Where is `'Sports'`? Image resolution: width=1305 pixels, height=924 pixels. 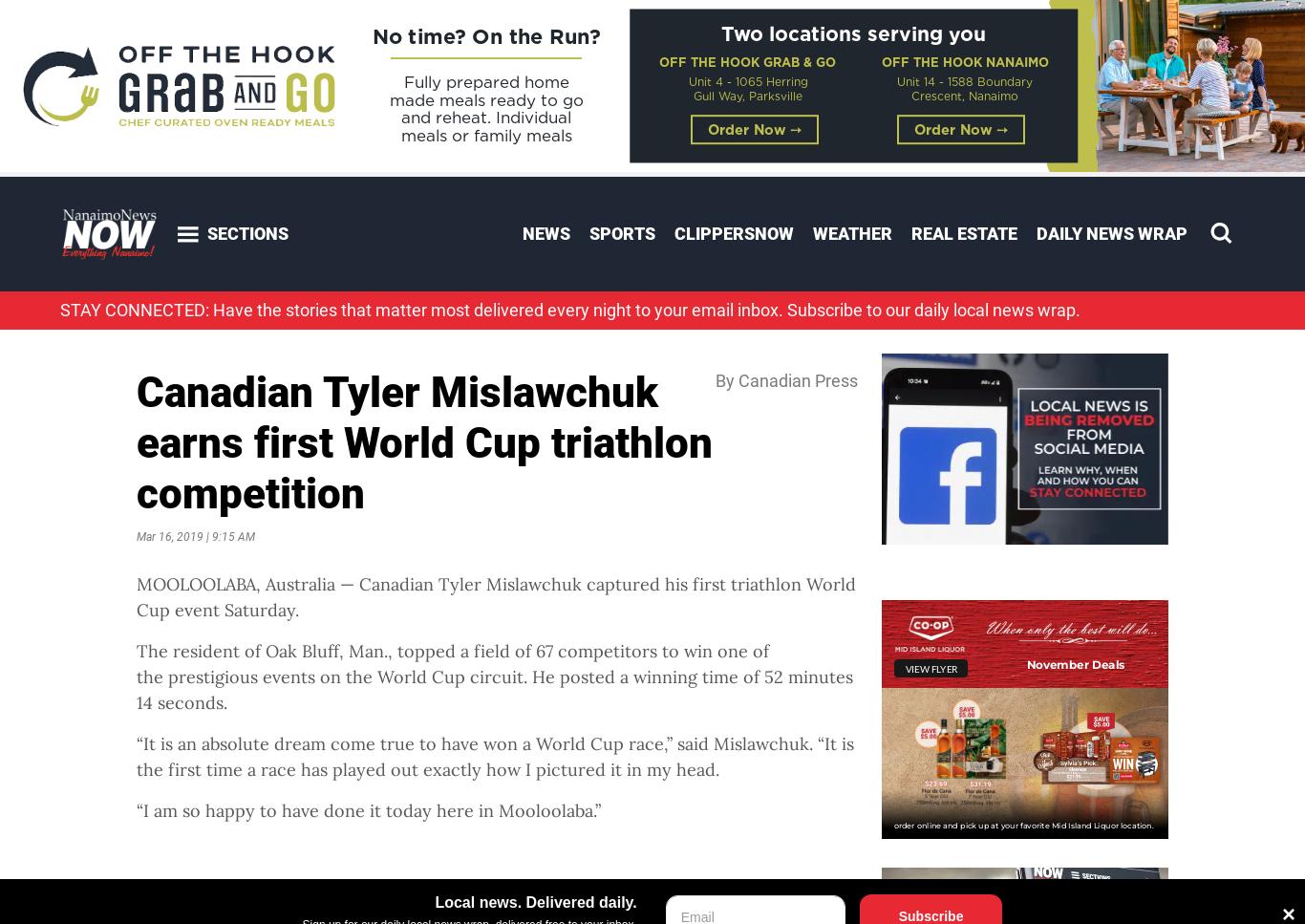
'Sports' is located at coordinates (621, 233).